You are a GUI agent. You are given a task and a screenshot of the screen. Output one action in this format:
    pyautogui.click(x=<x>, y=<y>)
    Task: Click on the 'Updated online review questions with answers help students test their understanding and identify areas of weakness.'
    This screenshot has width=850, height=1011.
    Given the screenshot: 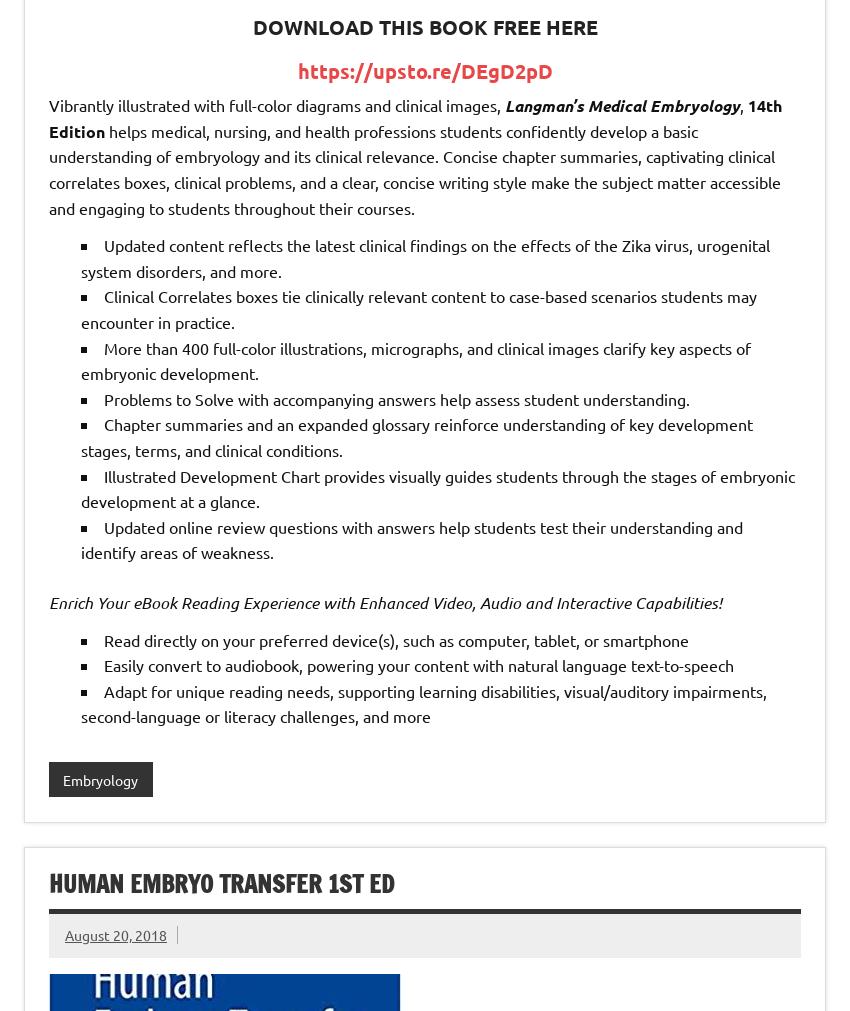 What is the action you would take?
    pyautogui.click(x=411, y=538)
    